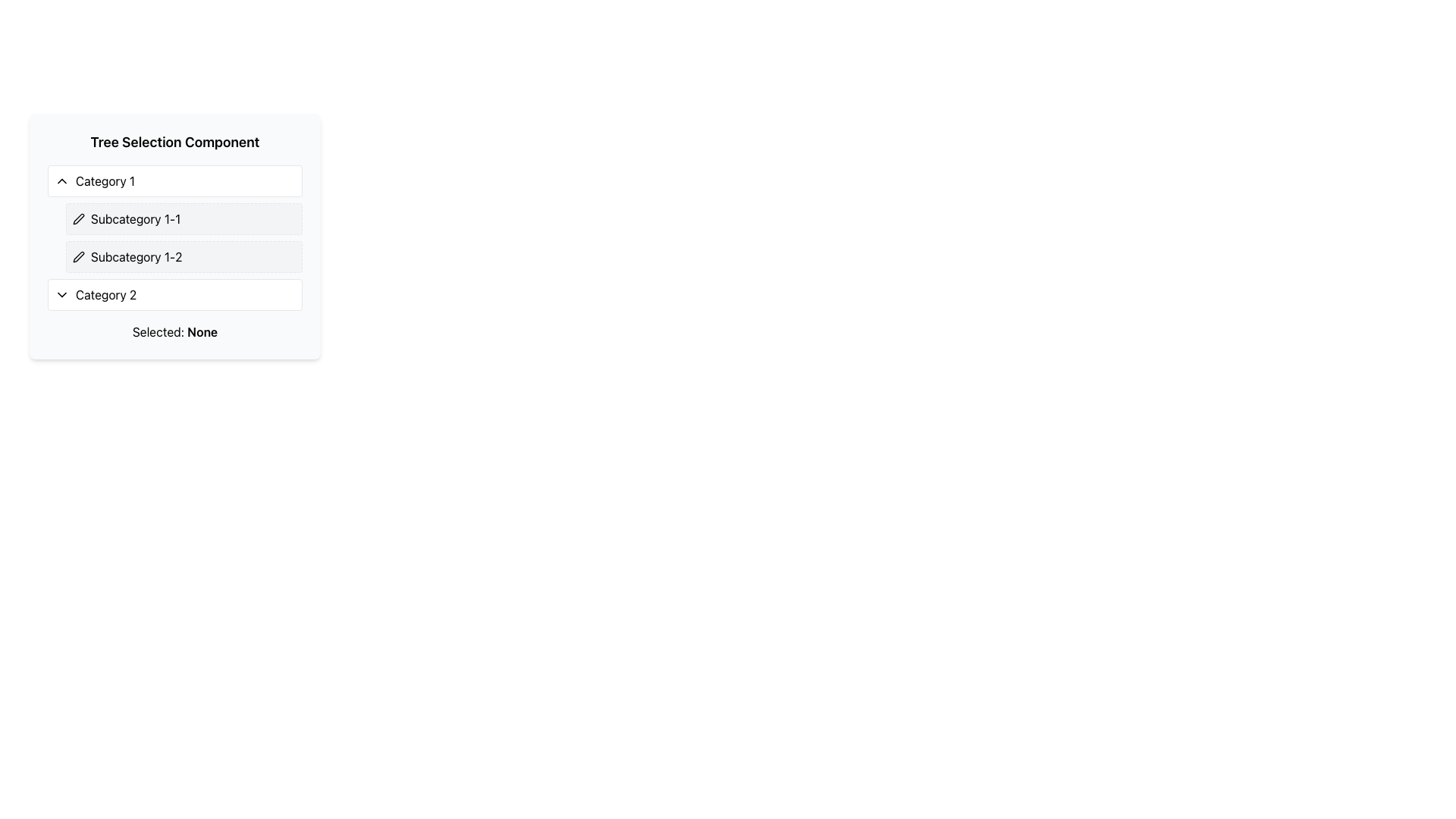  I want to click on the edit icon (Pen or Pencil) located in 'Subcategory 1-1' under 'Category 1' to indicate the edit capability, so click(78, 256).